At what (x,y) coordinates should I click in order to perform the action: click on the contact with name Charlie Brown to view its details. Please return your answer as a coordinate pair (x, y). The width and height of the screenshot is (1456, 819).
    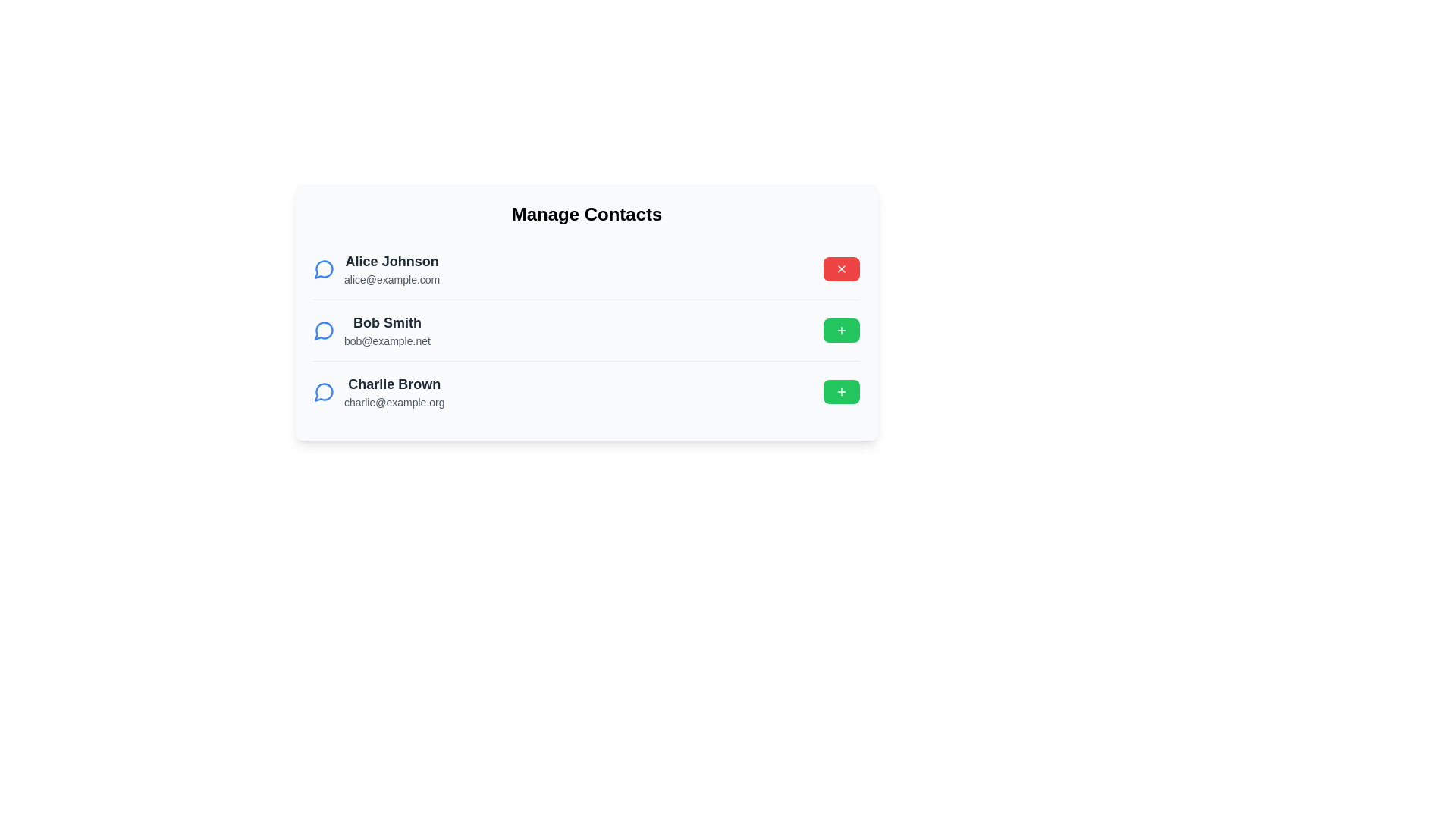
    Looking at the image, I should click on (378, 391).